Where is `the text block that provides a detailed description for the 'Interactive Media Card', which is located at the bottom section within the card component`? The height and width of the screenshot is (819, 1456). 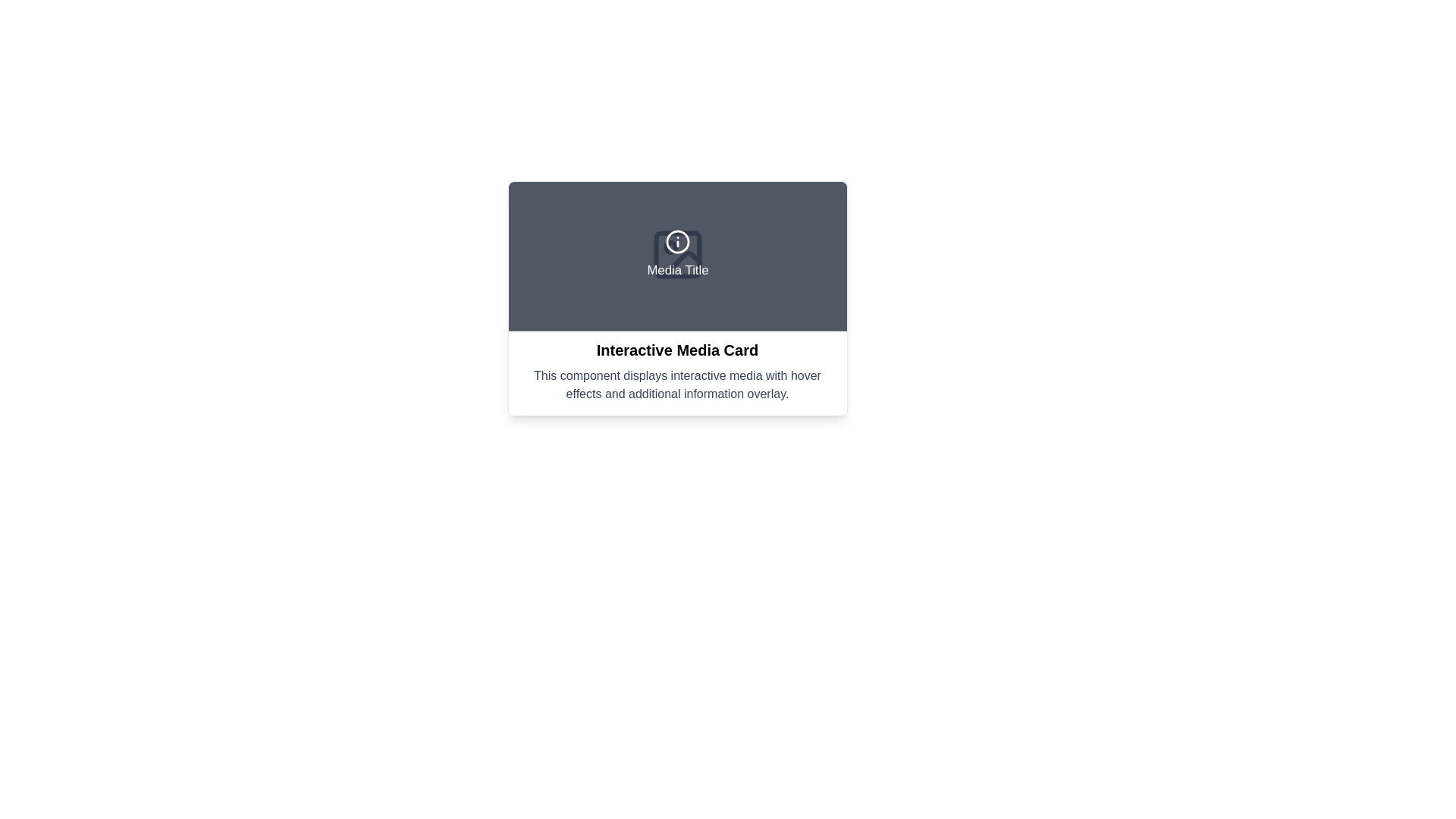
the text block that provides a detailed description for the 'Interactive Media Card', which is located at the bottom section within the card component is located at coordinates (676, 384).